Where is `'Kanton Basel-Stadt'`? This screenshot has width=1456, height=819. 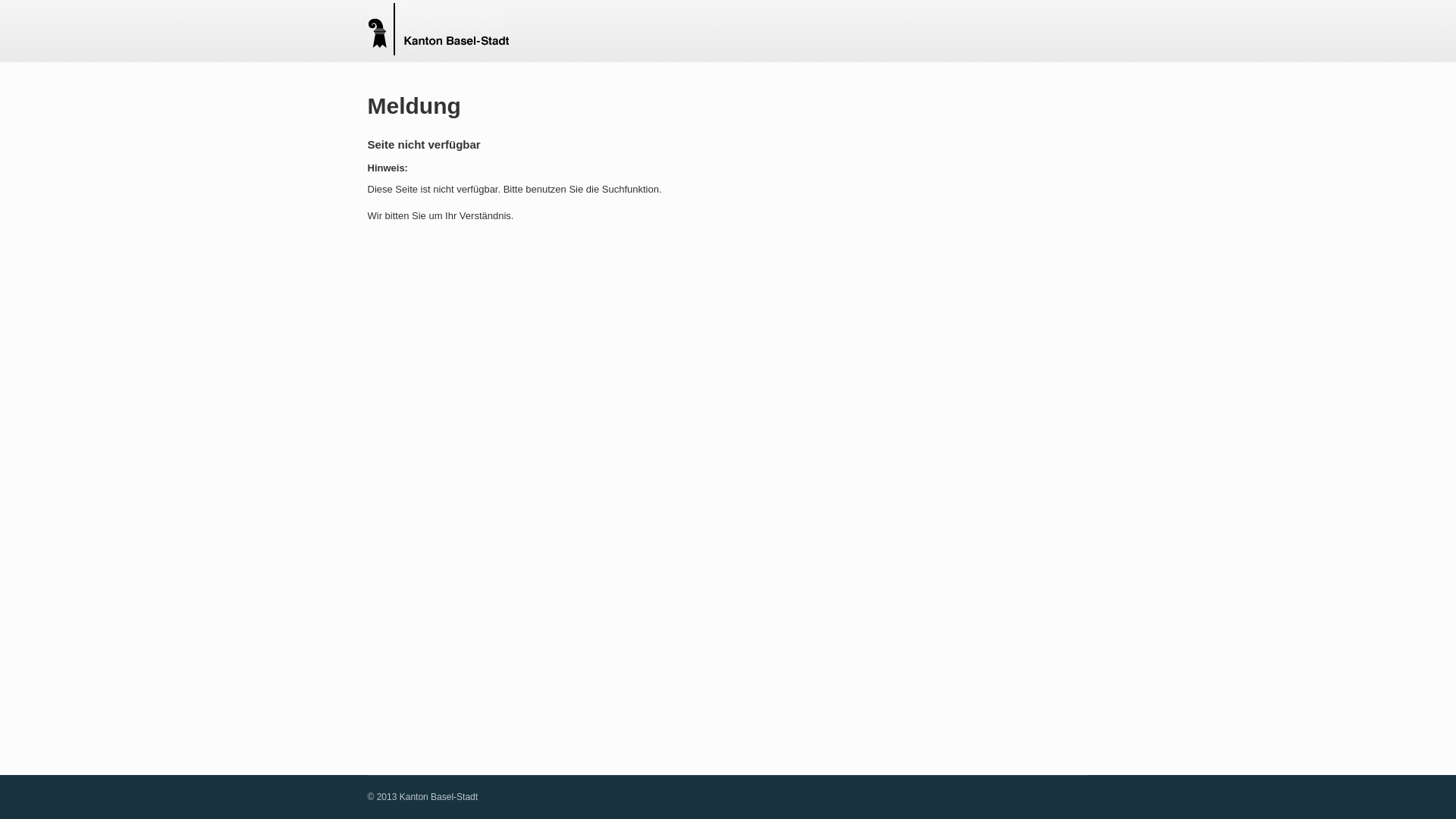 'Kanton Basel-Stadt' is located at coordinates (436, 30).